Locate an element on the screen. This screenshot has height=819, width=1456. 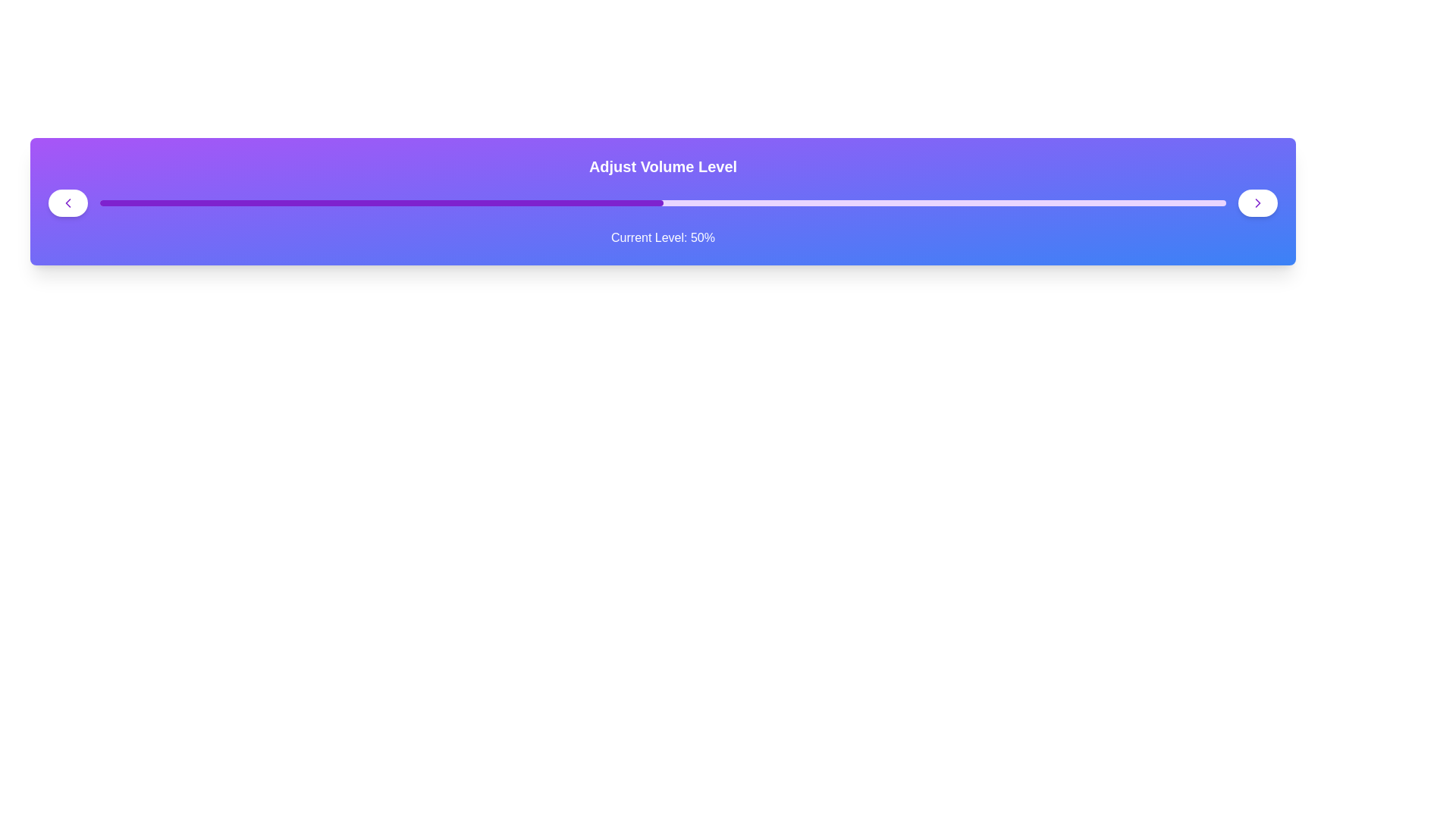
the volume decrease button located at the far left of the horizontal volume control bar to decrease the volume level is located at coordinates (67, 202).